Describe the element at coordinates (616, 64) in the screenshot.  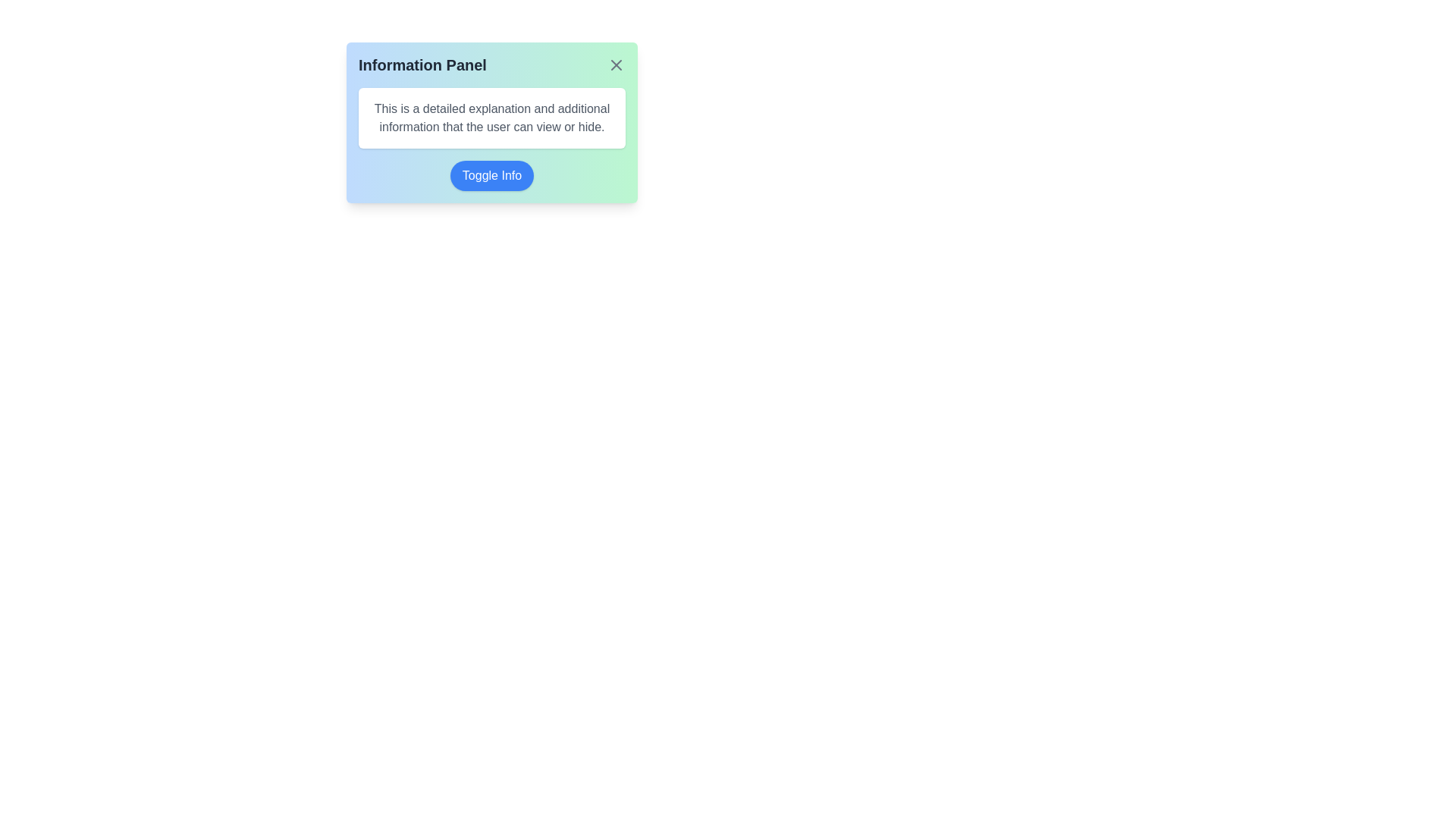
I see `the Close button icon located in the top-right corner of the 'Information Panel', which is represented by a small cross icon` at that location.